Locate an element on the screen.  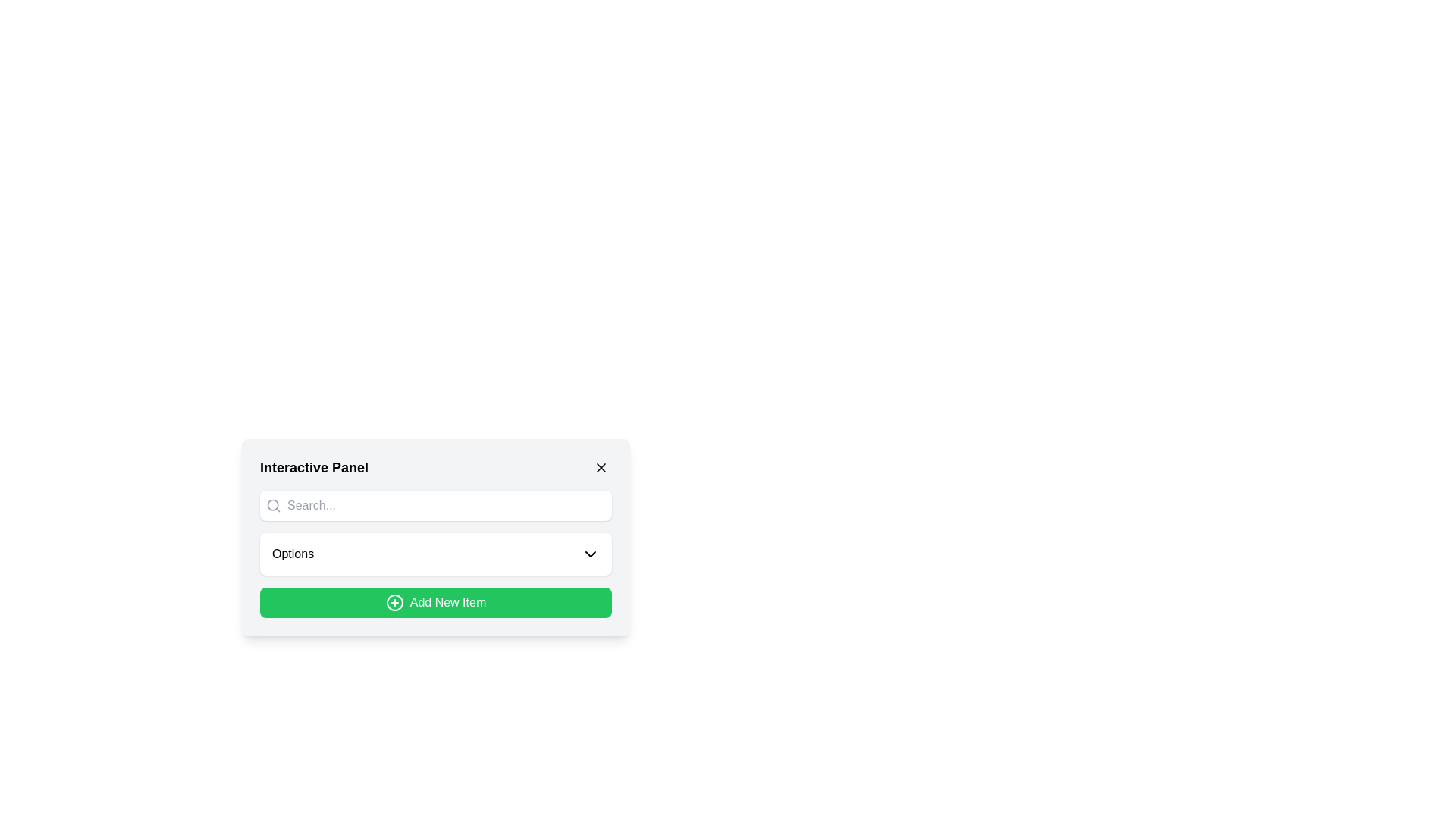
the Close Button located at the top-right corner of the Interactive Panel is located at coordinates (600, 467).